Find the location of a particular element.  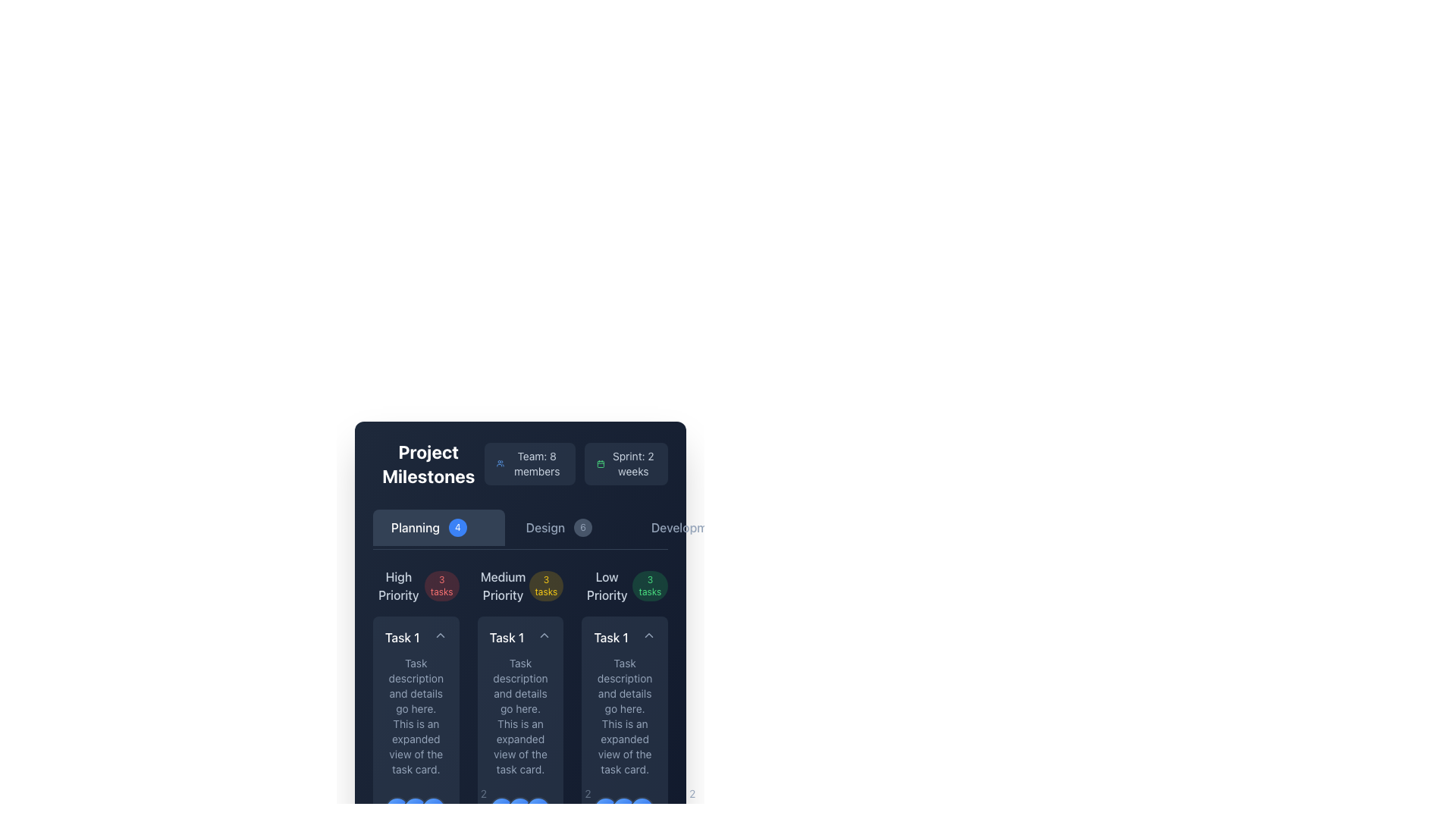

the second module in the horizontal navigation menu is located at coordinates (520, 527).